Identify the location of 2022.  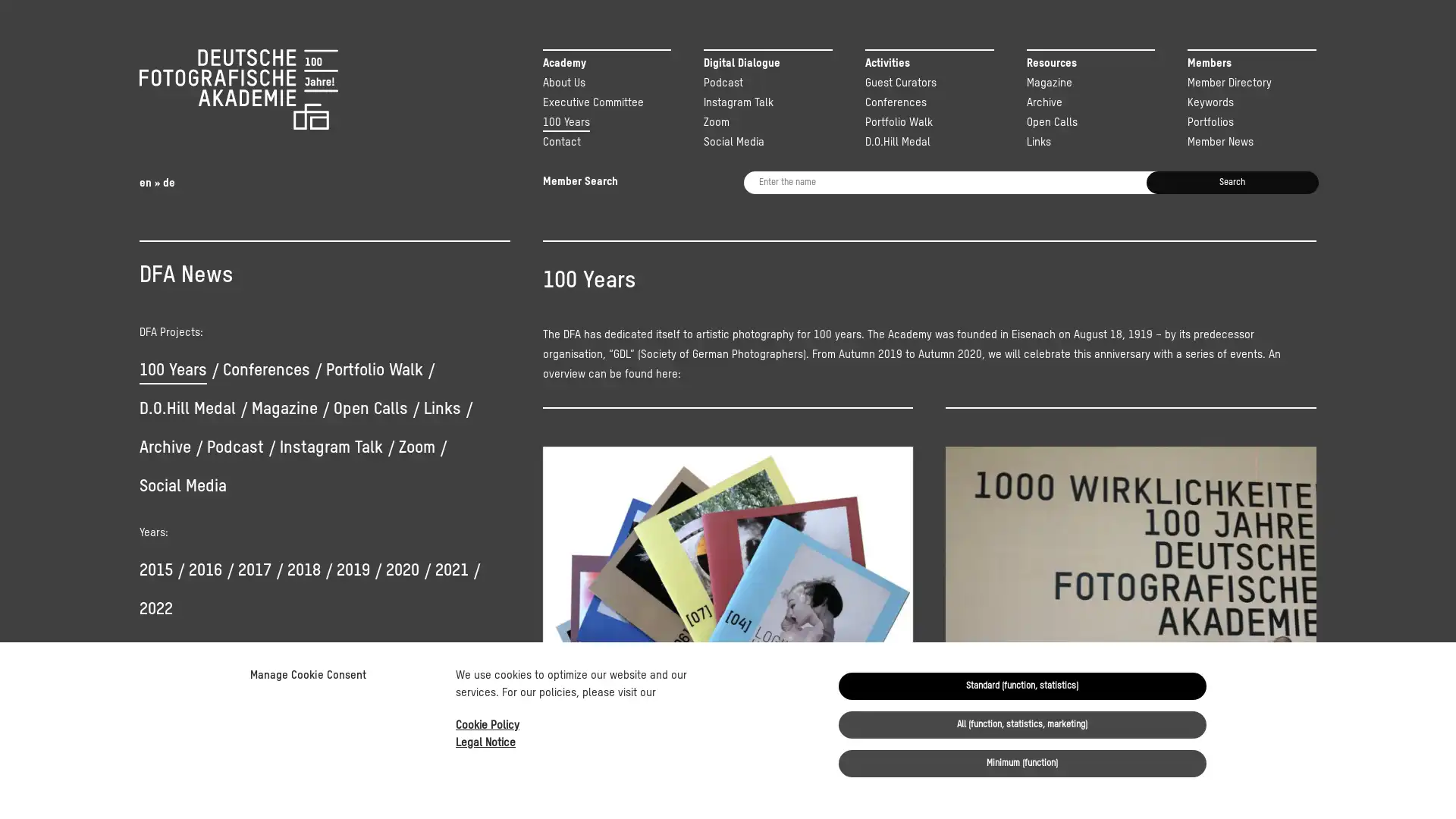
(156, 608).